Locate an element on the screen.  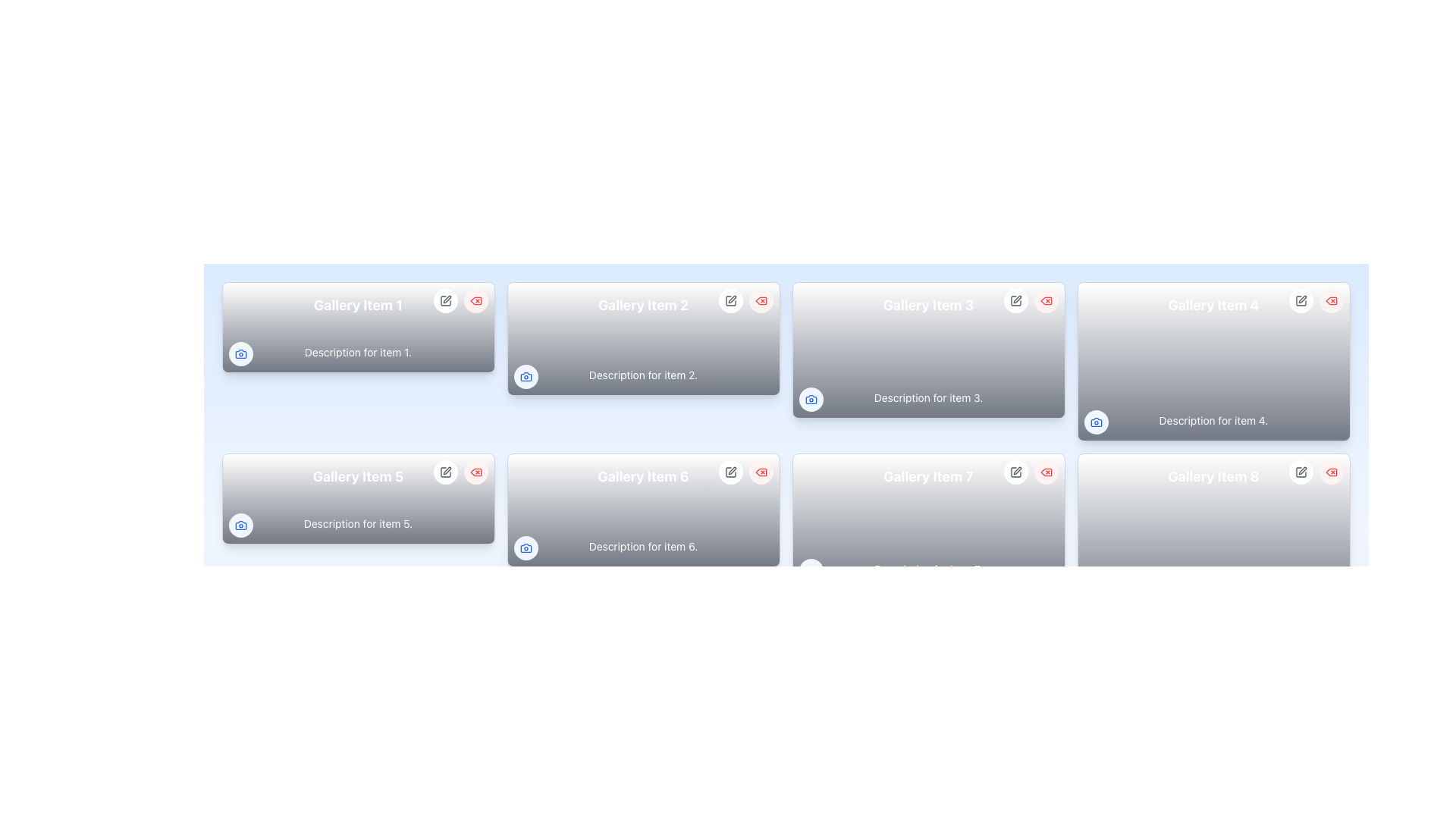
the content of the Informational display panel for 'Gallery Item 8', which is located on the second row and fourth column of the grid, adjacent to 'Gallery Item 7' is located at coordinates (1213, 532).